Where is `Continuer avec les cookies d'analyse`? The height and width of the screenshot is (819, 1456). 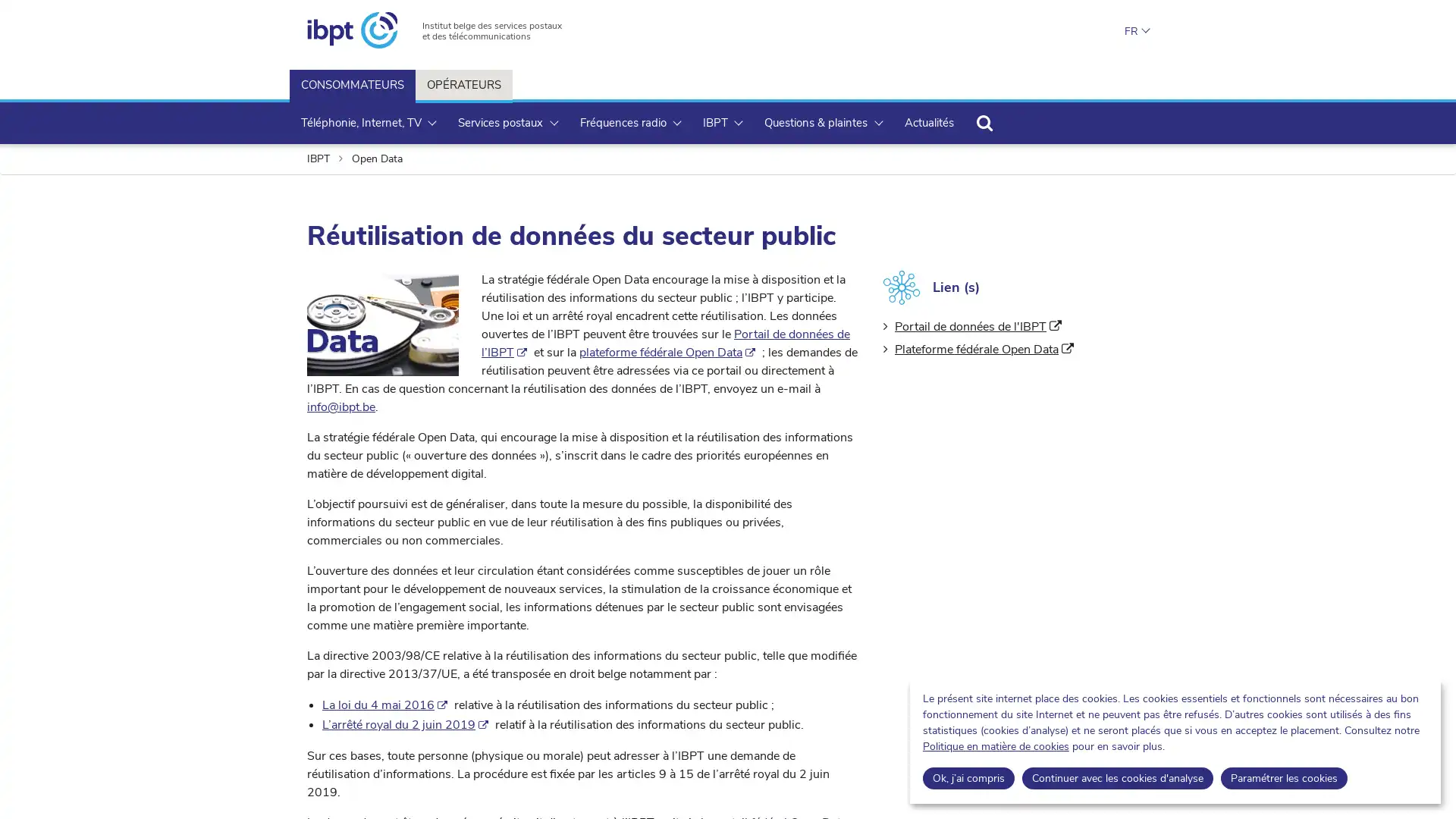 Continuer avec les cookies d'analyse is located at coordinates (1117, 778).